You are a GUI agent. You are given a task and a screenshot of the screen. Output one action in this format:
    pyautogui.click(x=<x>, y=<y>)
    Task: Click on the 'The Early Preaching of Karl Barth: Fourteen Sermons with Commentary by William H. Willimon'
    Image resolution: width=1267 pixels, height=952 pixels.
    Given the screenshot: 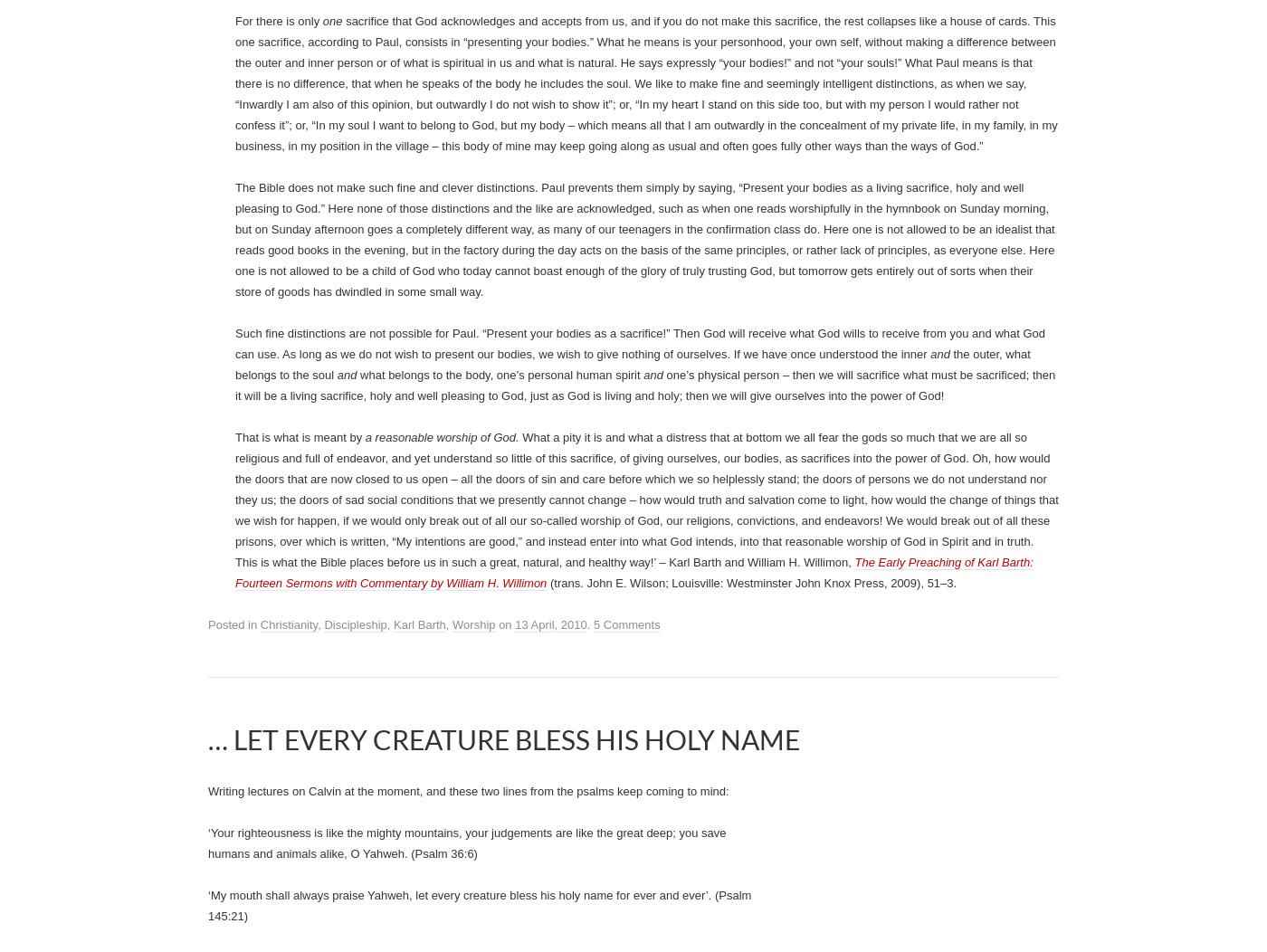 What is the action you would take?
    pyautogui.click(x=600, y=268)
    